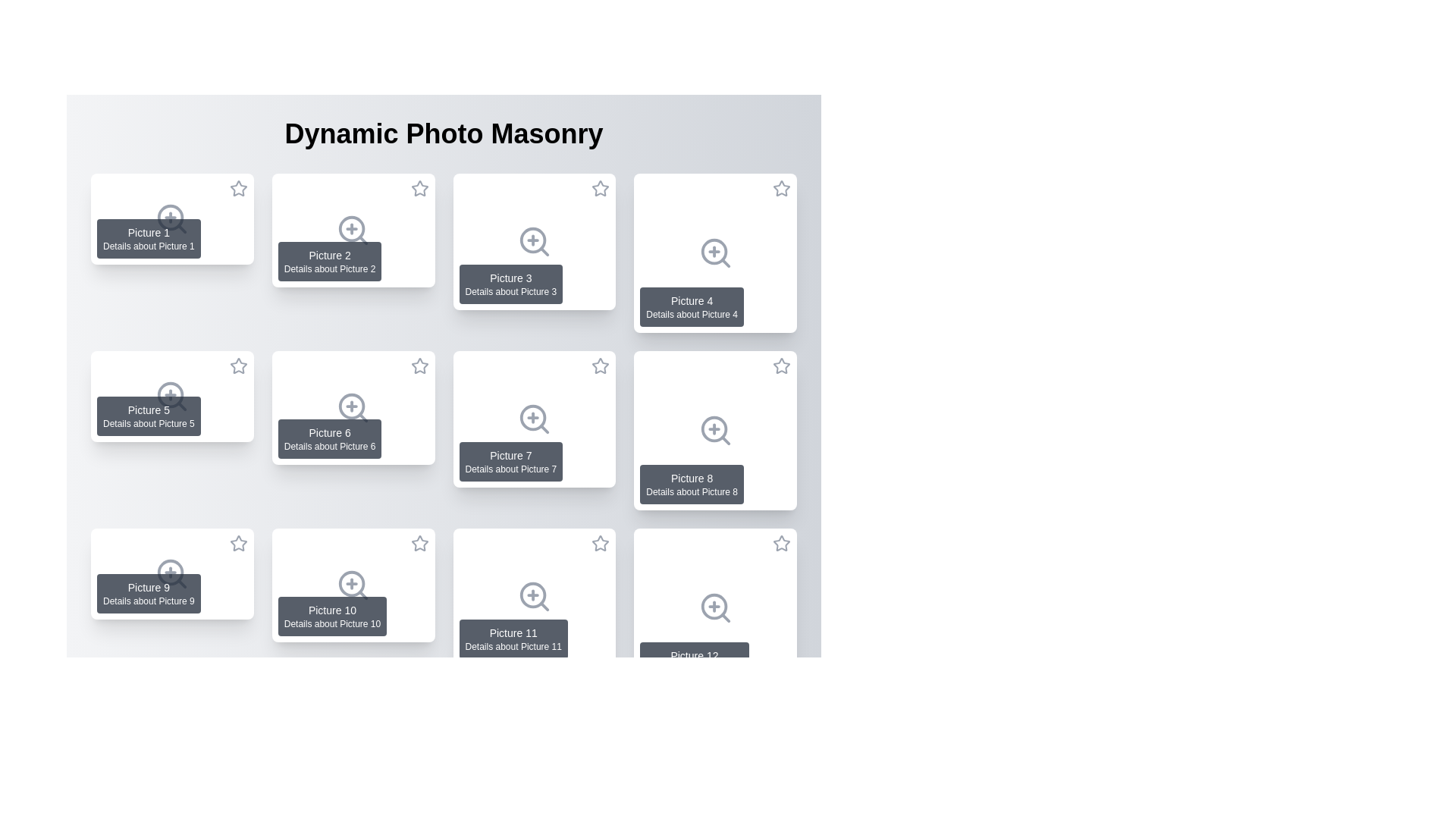 Image resolution: width=1456 pixels, height=819 pixels. Describe the element at coordinates (172, 396) in the screenshot. I see `the fifth Card component in the grid layout` at that location.